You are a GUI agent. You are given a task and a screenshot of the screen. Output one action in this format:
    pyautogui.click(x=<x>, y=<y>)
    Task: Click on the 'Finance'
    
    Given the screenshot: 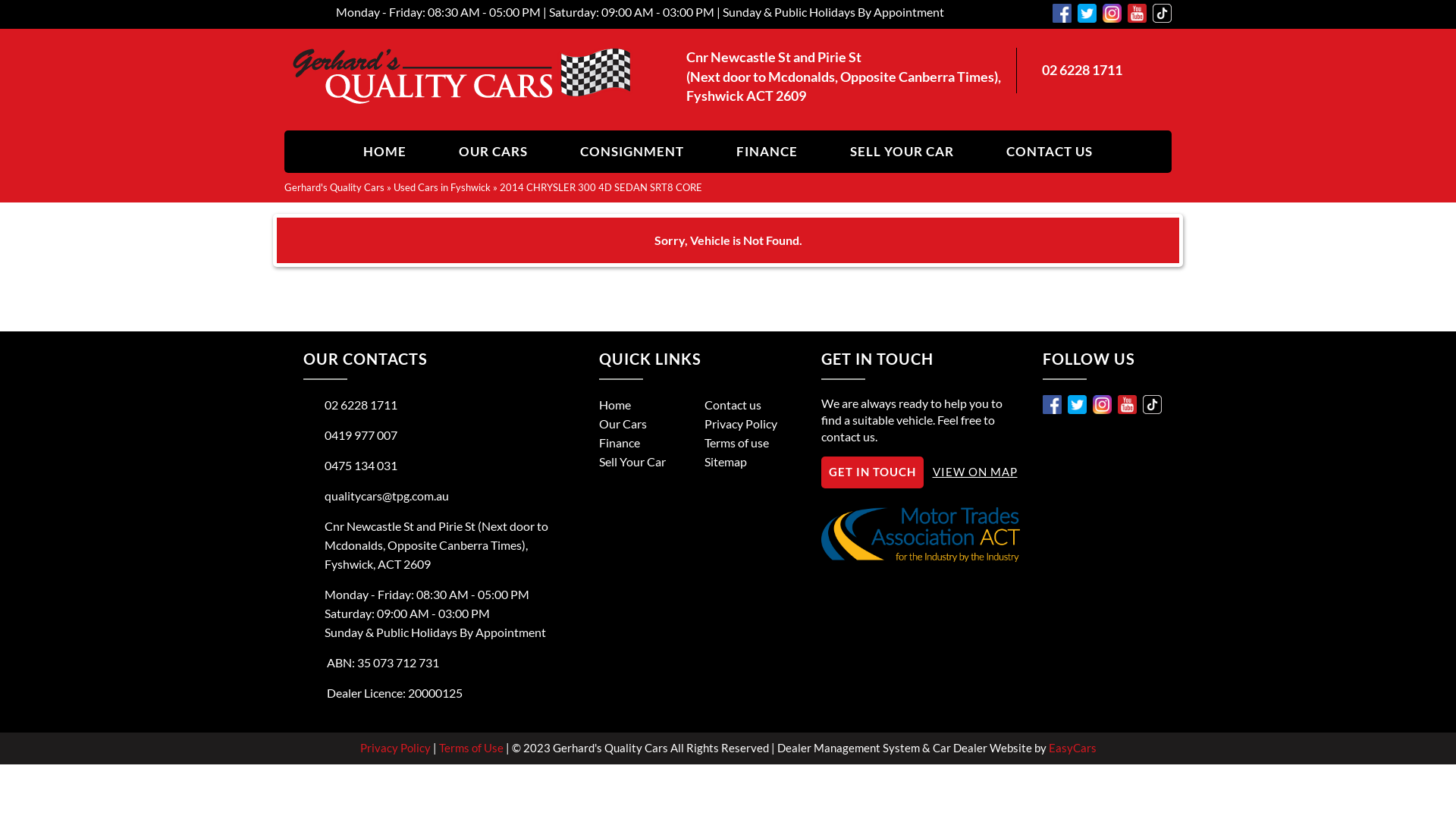 What is the action you would take?
    pyautogui.click(x=619, y=442)
    